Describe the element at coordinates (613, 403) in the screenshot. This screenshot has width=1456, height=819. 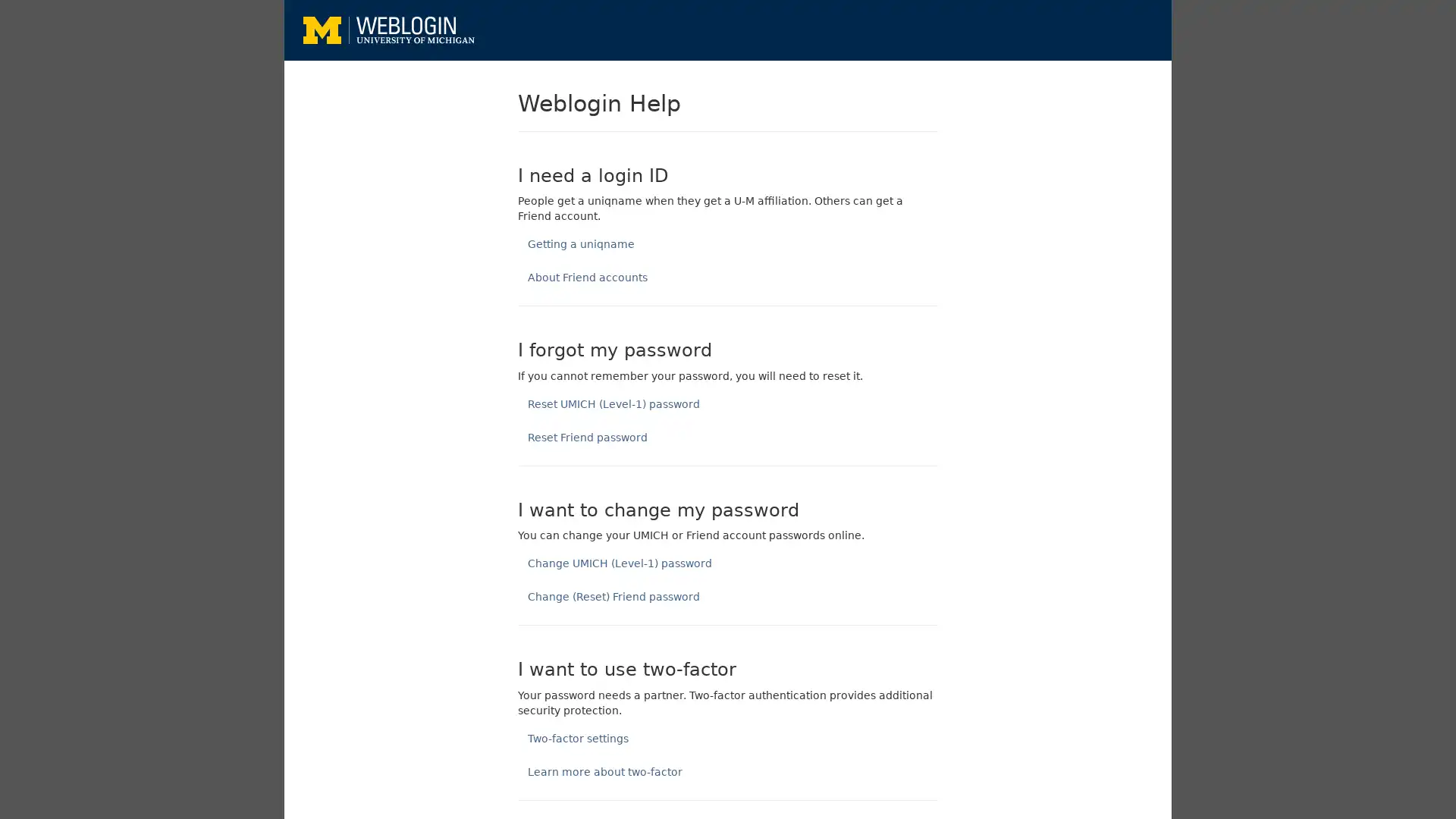
I see `Reset UMICH (Level-1) password` at that location.